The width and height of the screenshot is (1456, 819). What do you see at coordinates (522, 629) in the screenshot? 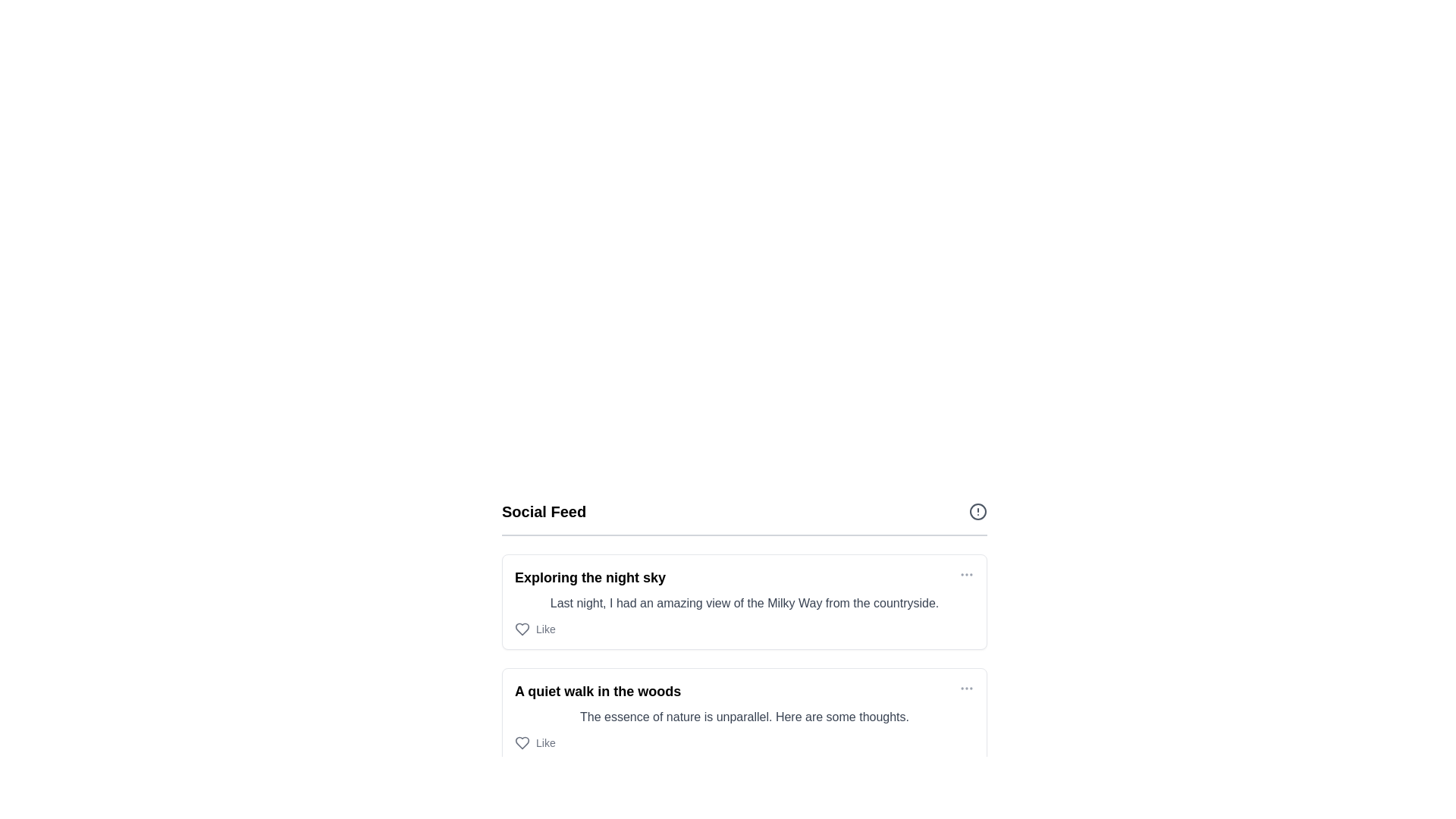
I see `the heart-shaped icon located in the 'Exploring the night sky' section to like the content` at bounding box center [522, 629].